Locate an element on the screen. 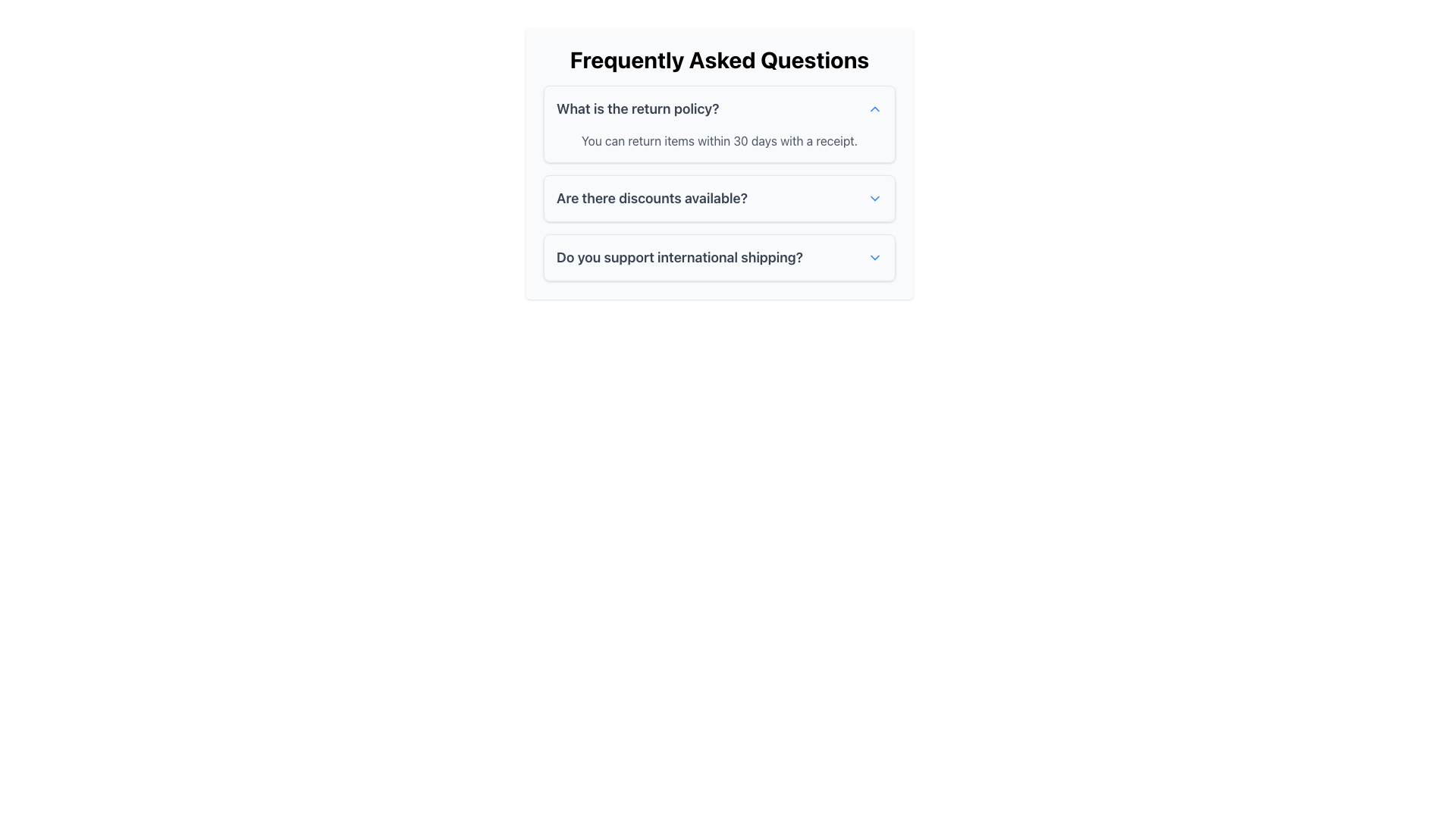 The image size is (1456, 819). the chevron icon of the third Collapsible FAQ item in the Frequently Asked Questions section is located at coordinates (719, 256).